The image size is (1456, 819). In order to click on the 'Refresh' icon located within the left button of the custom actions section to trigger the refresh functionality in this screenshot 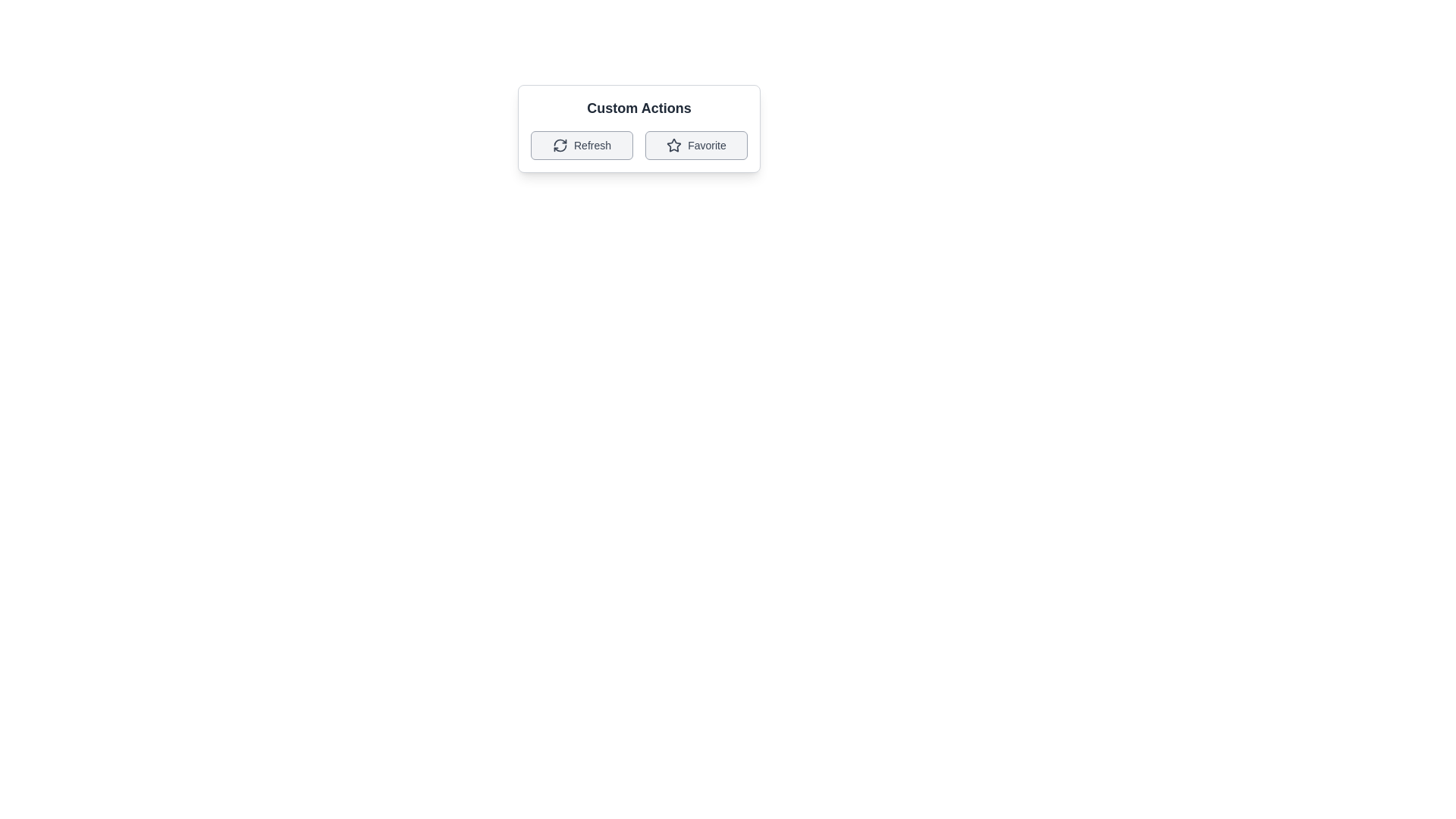, I will do `click(560, 146)`.